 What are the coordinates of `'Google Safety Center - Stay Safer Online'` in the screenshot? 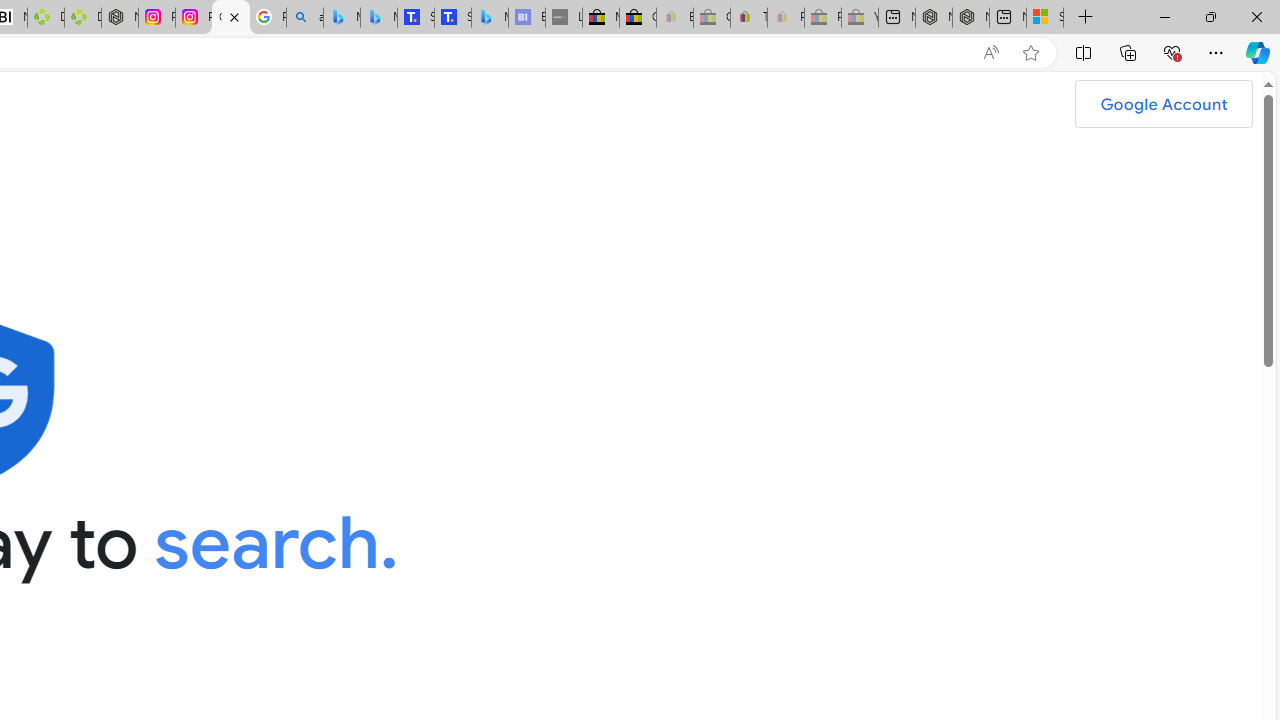 It's located at (231, 17).